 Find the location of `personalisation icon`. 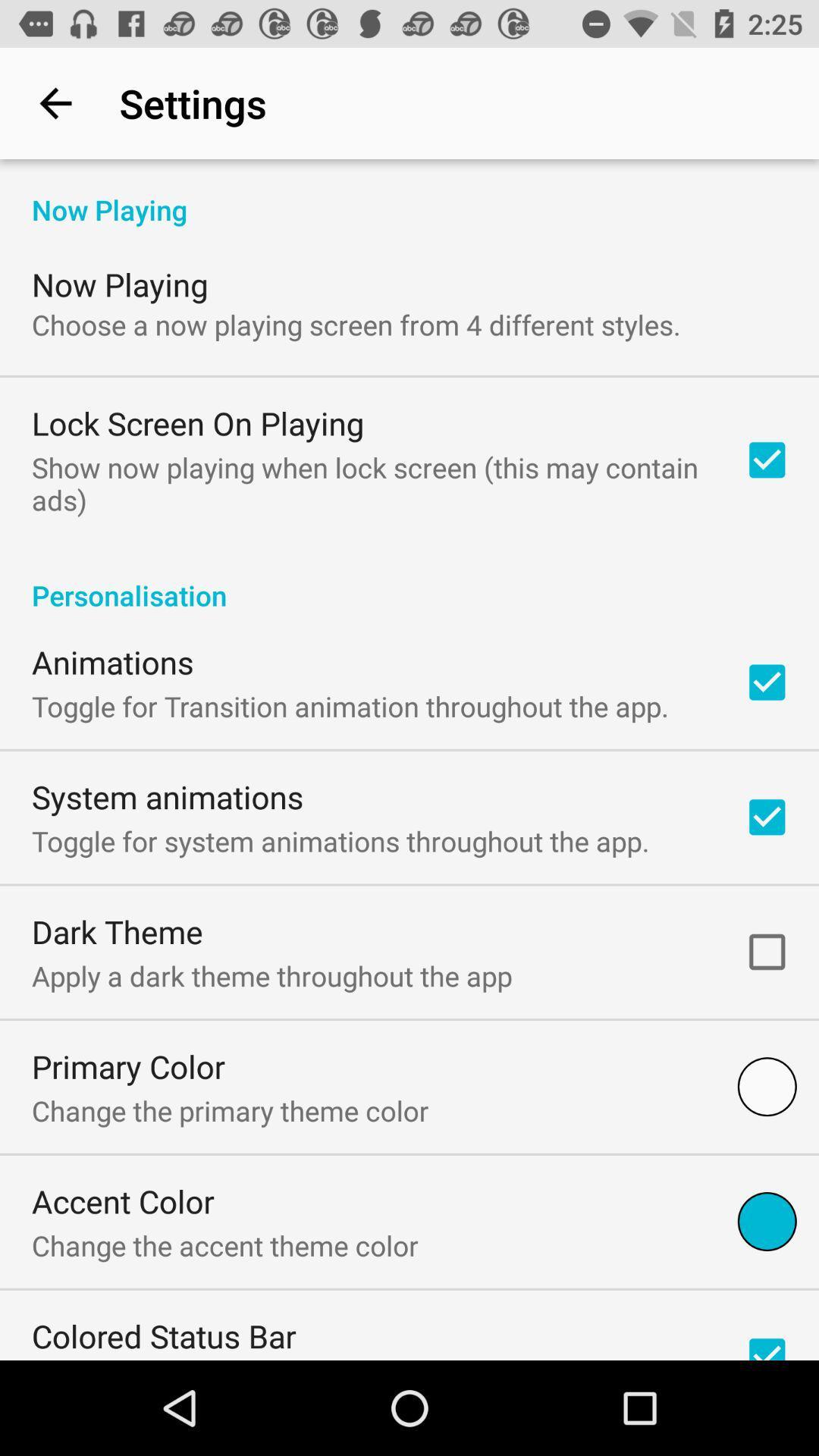

personalisation icon is located at coordinates (409, 579).